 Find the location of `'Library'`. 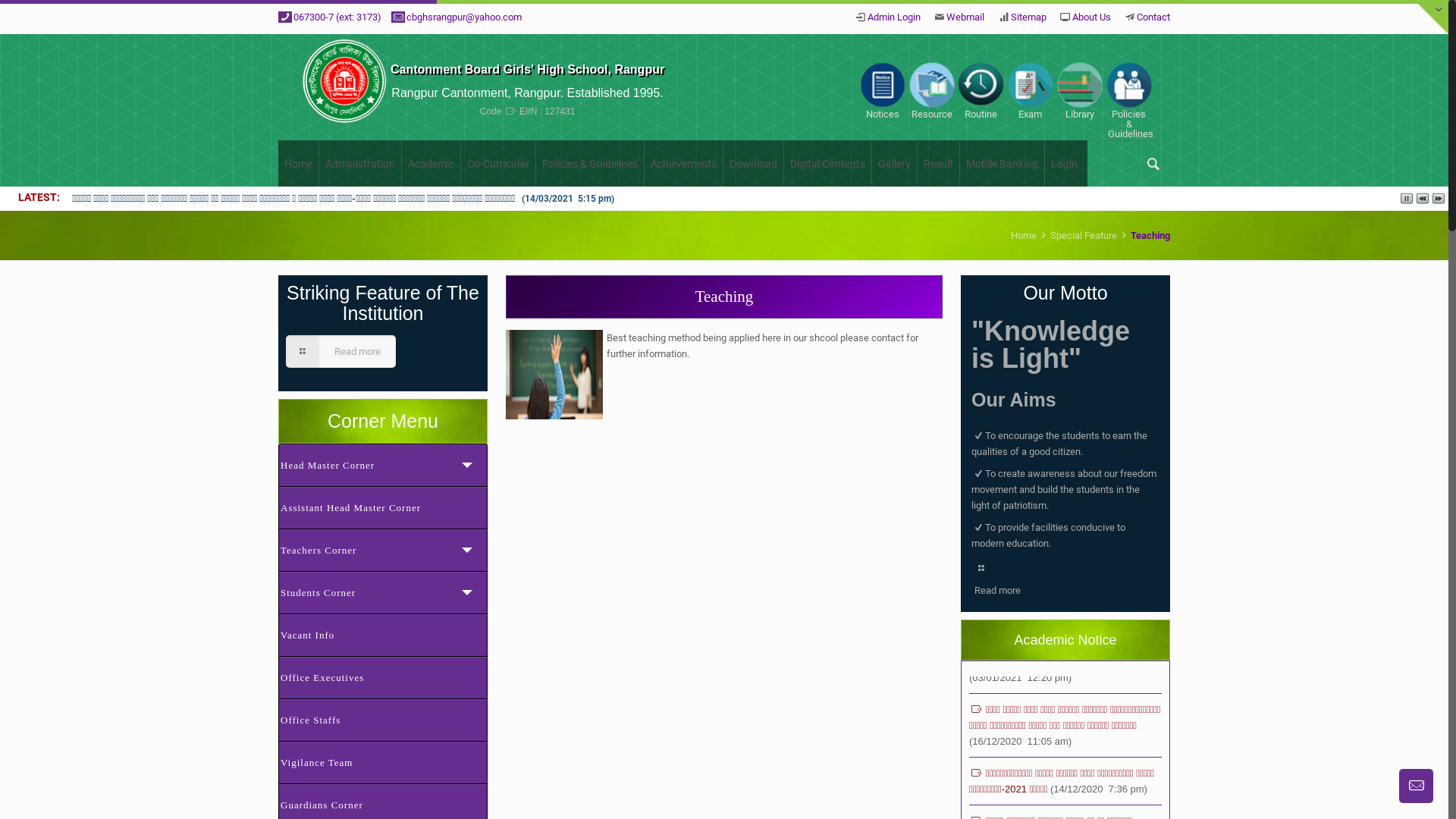

'Library' is located at coordinates (1078, 90).